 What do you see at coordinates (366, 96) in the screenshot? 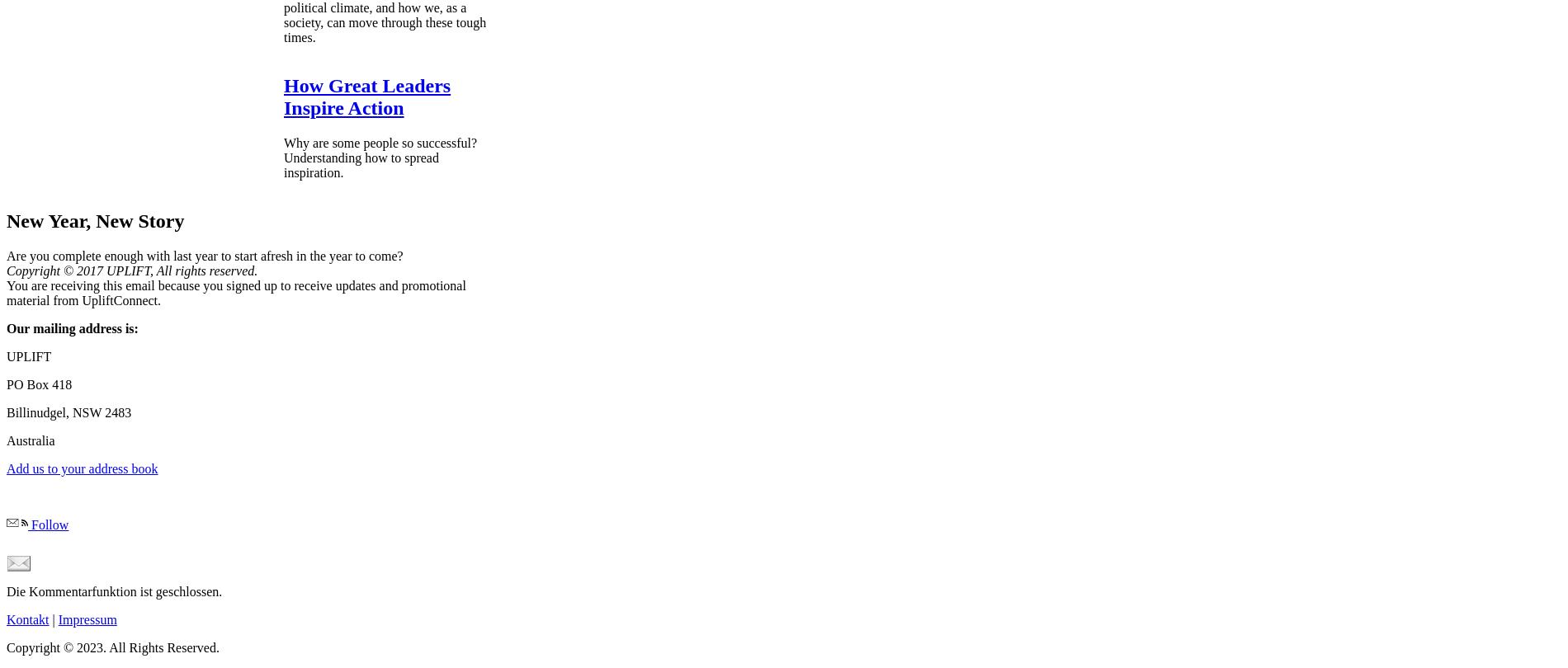
I see `'How Great Leaders Inspire Action'` at bounding box center [366, 96].